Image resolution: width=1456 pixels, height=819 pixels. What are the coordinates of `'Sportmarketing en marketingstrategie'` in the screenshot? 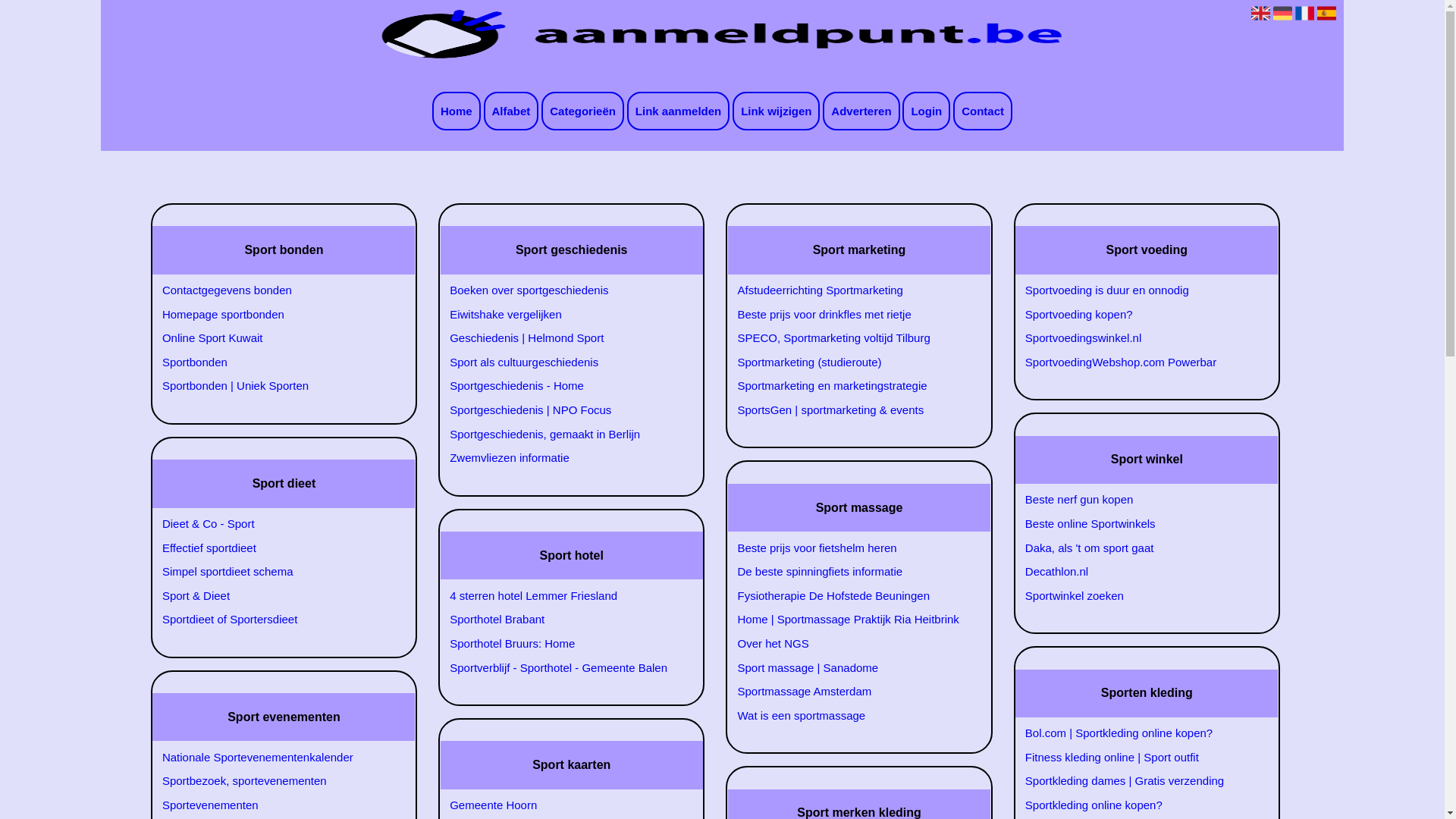 It's located at (850, 385).